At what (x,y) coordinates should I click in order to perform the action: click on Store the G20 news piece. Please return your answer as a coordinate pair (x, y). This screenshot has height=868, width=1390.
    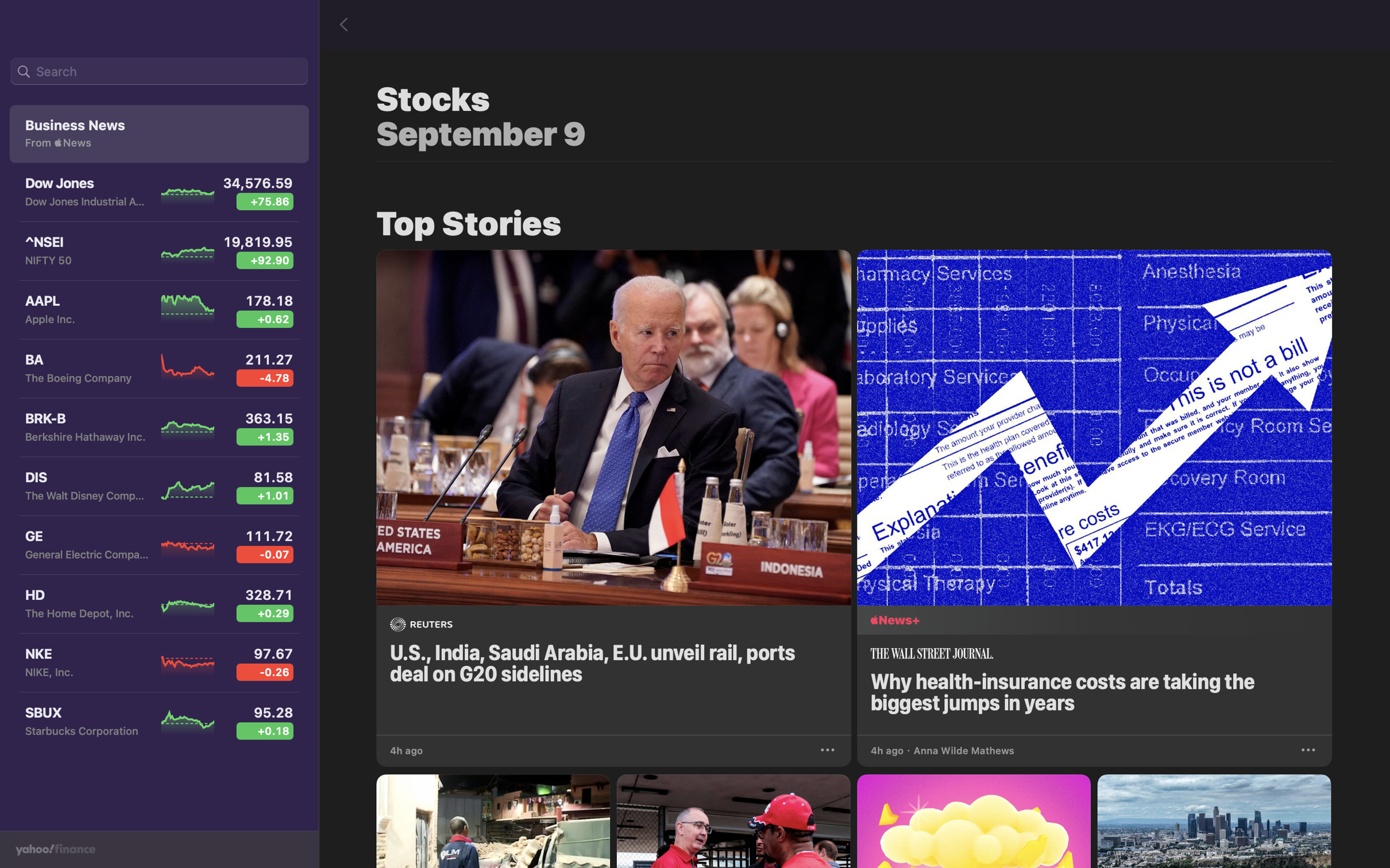
    Looking at the image, I should click on (829, 748).